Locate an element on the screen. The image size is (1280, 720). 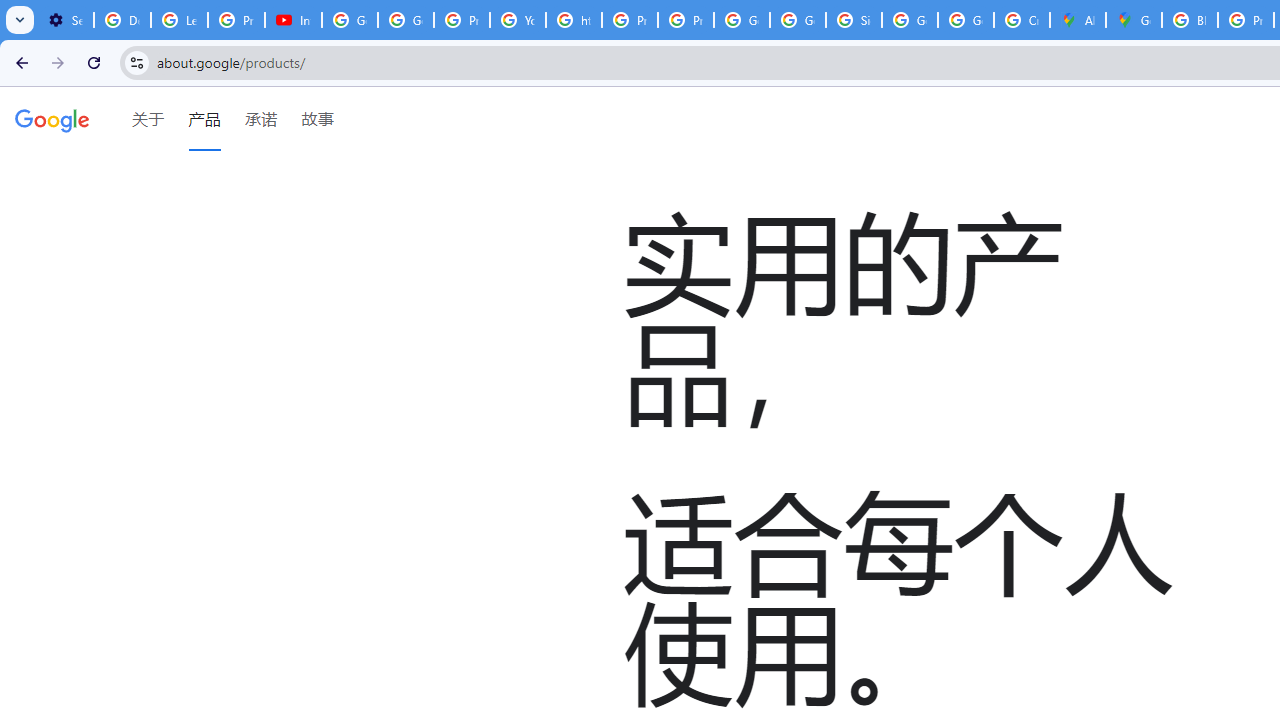
'Learn how to find your photos - Google Photos Help' is located at coordinates (179, 20).